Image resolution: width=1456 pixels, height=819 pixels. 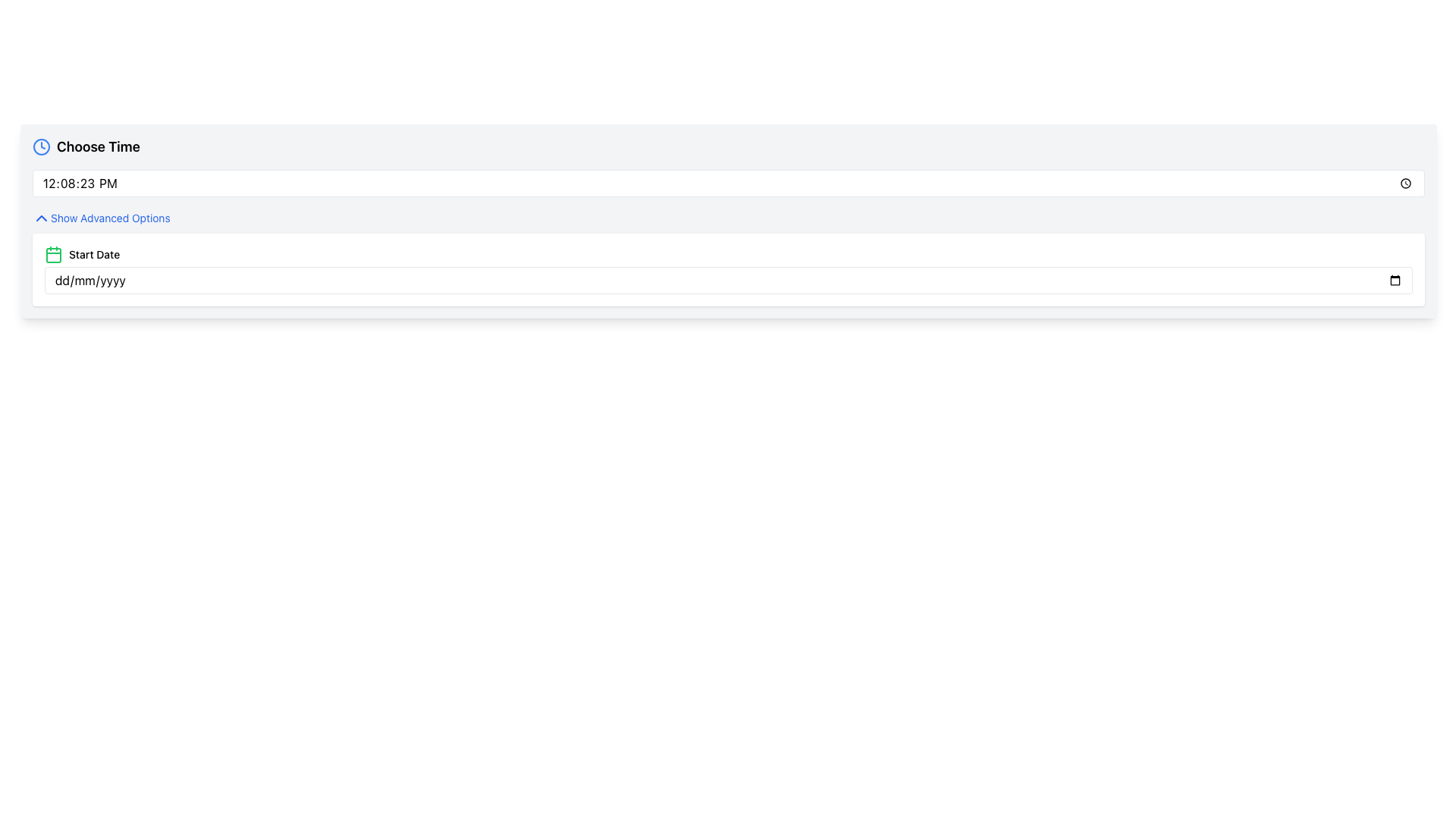 I want to click on the upward-pointing chevron icon located to the left of 'Show Advanced Options', so click(x=41, y=218).